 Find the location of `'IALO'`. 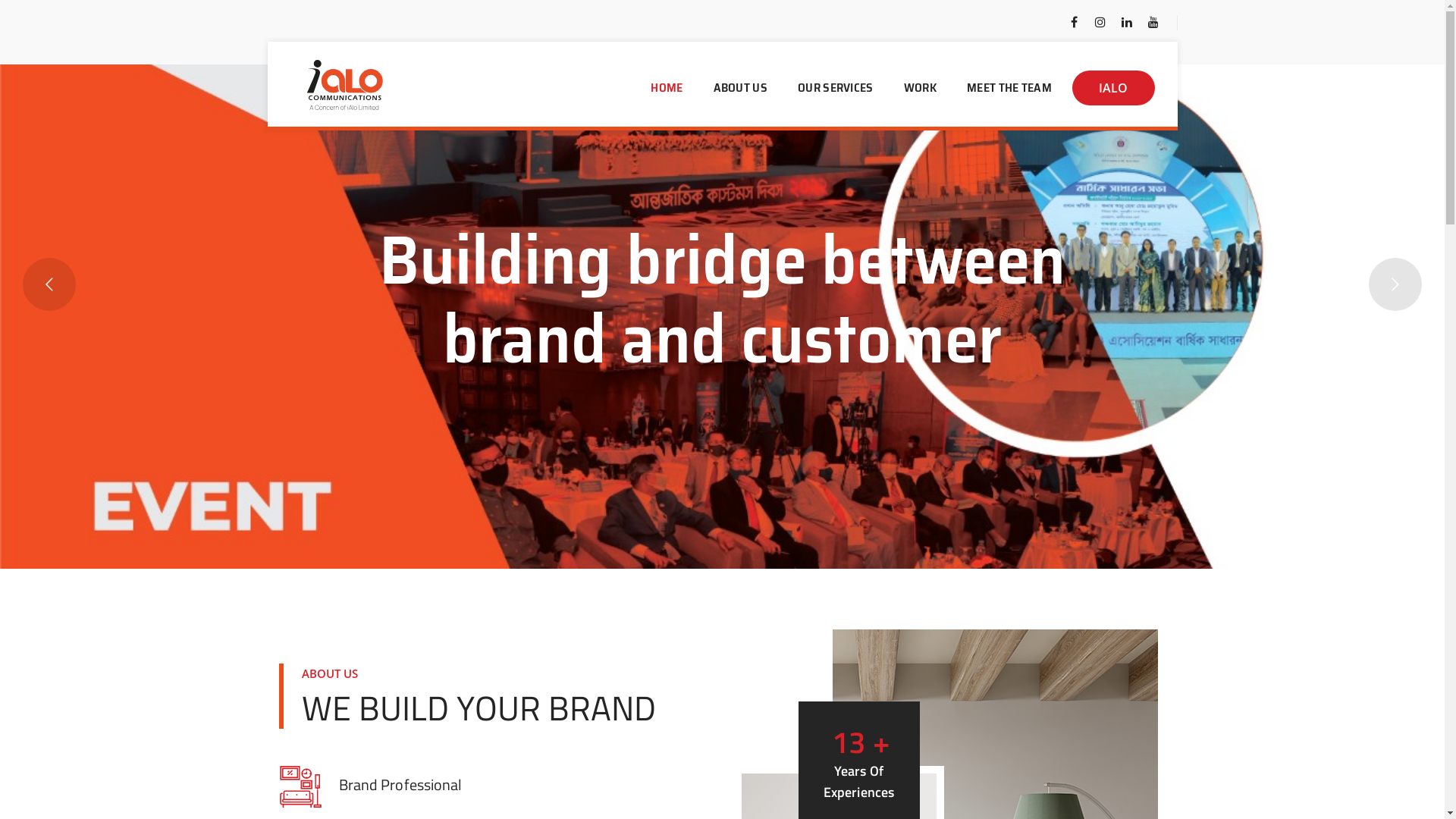

'IALO' is located at coordinates (1113, 87).